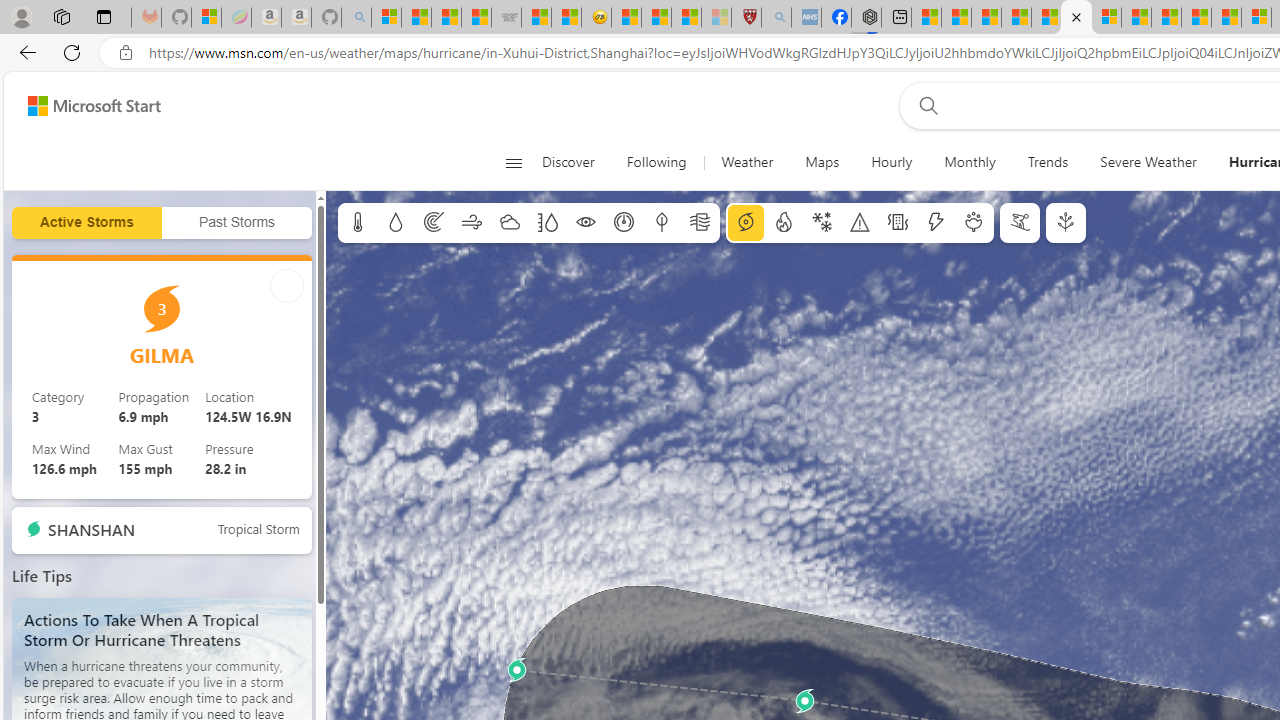 The height and width of the screenshot is (720, 1280). I want to click on 'Lightning', so click(934, 223).